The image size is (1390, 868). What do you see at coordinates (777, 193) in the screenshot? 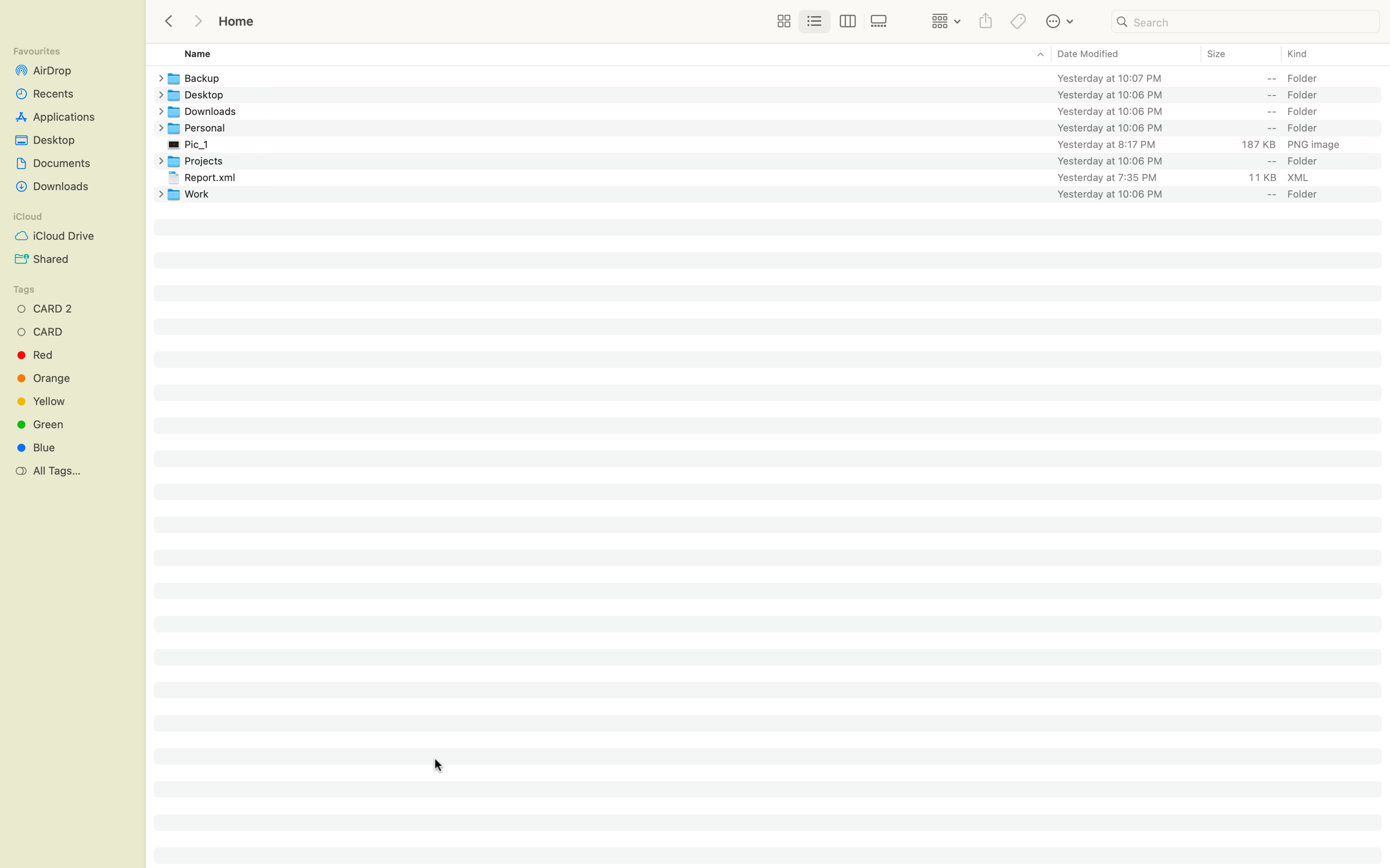
I see `Utilize right-click to eliminate the ultimate folder from the list` at bounding box center [777, 193].